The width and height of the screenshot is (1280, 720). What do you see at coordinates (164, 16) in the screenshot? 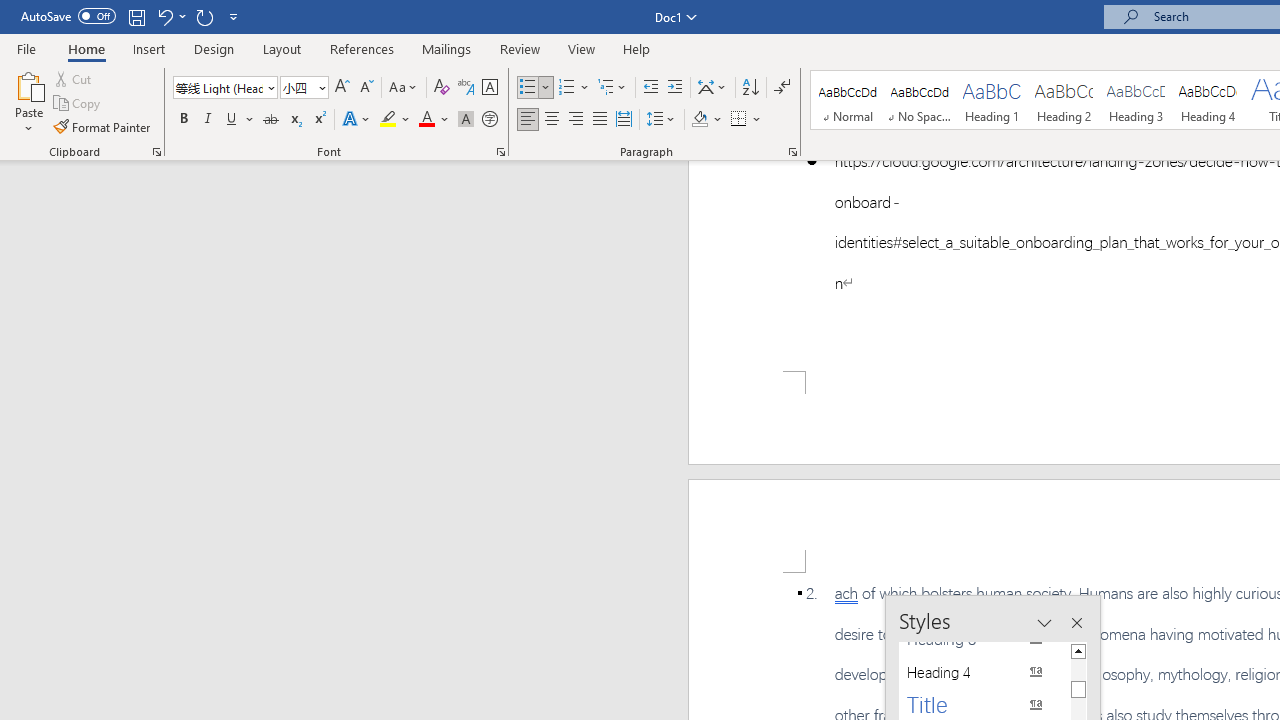
I see `'Undo Bullet Default'` at bounding box center [164, 16].